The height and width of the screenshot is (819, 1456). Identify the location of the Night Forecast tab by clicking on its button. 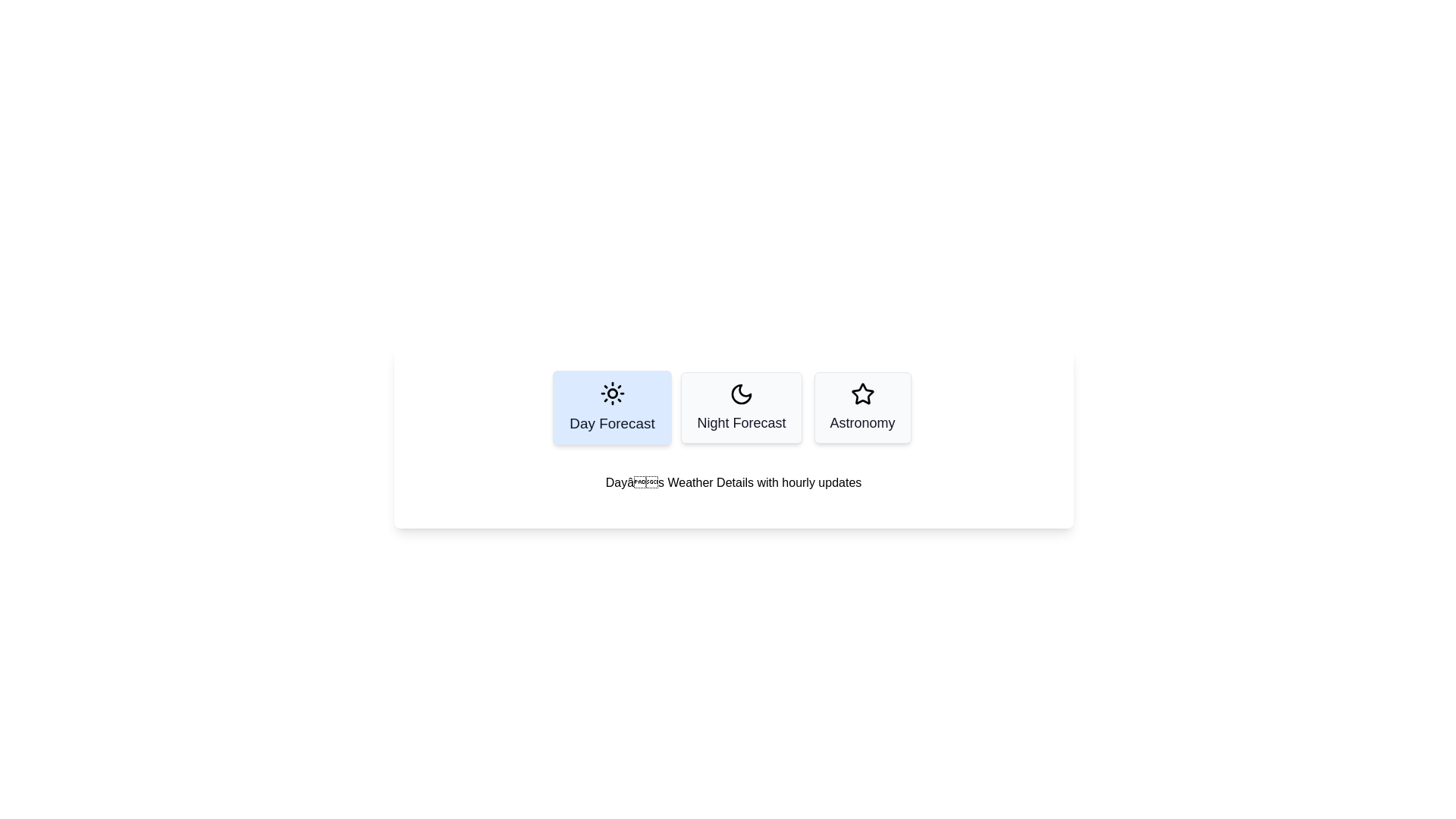
(742, 406).